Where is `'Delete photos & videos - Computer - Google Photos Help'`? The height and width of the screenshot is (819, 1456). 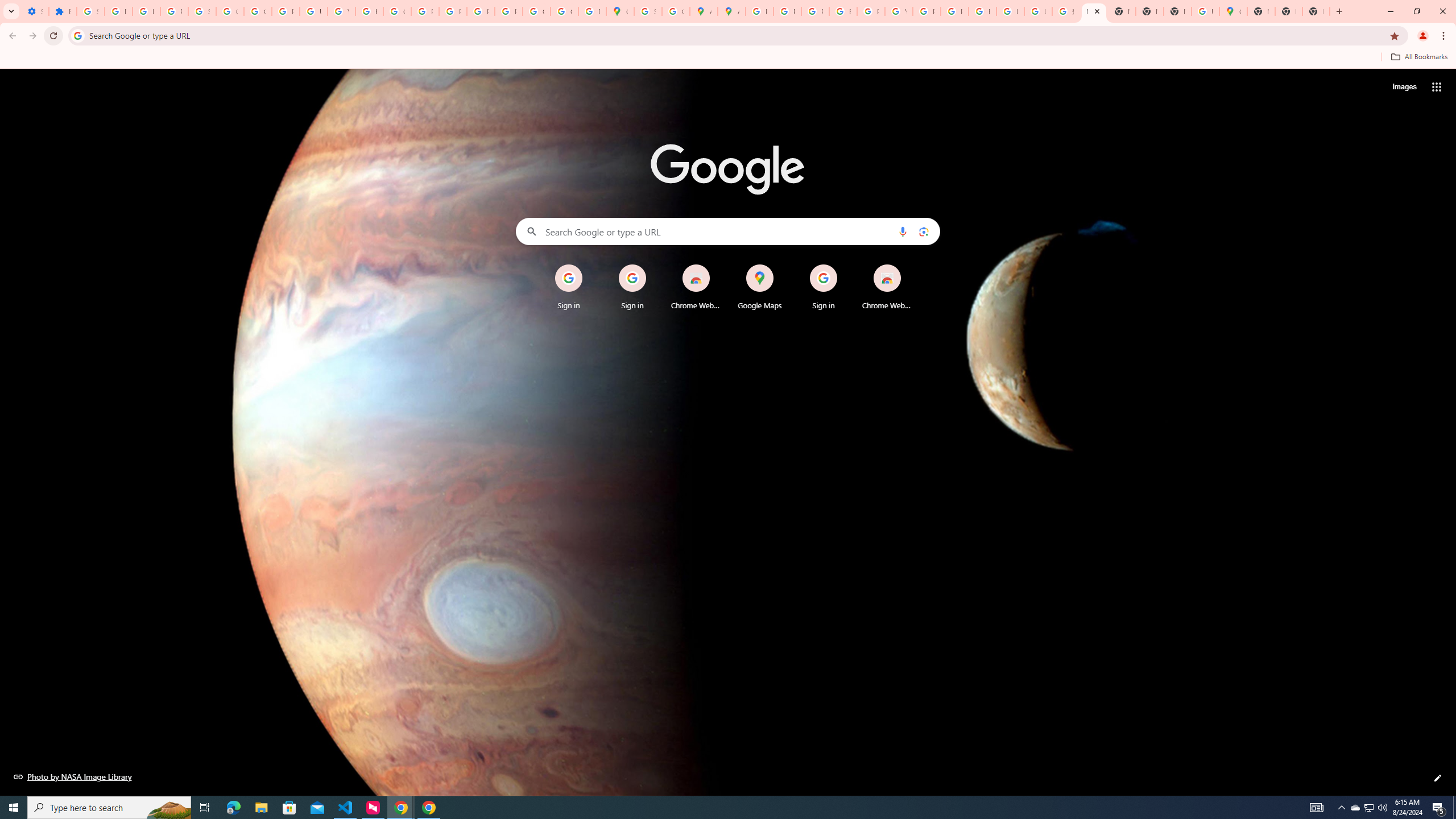
'Delete photos & videos - Computer - Google Photos Help' is located at coordinates (118, 11).